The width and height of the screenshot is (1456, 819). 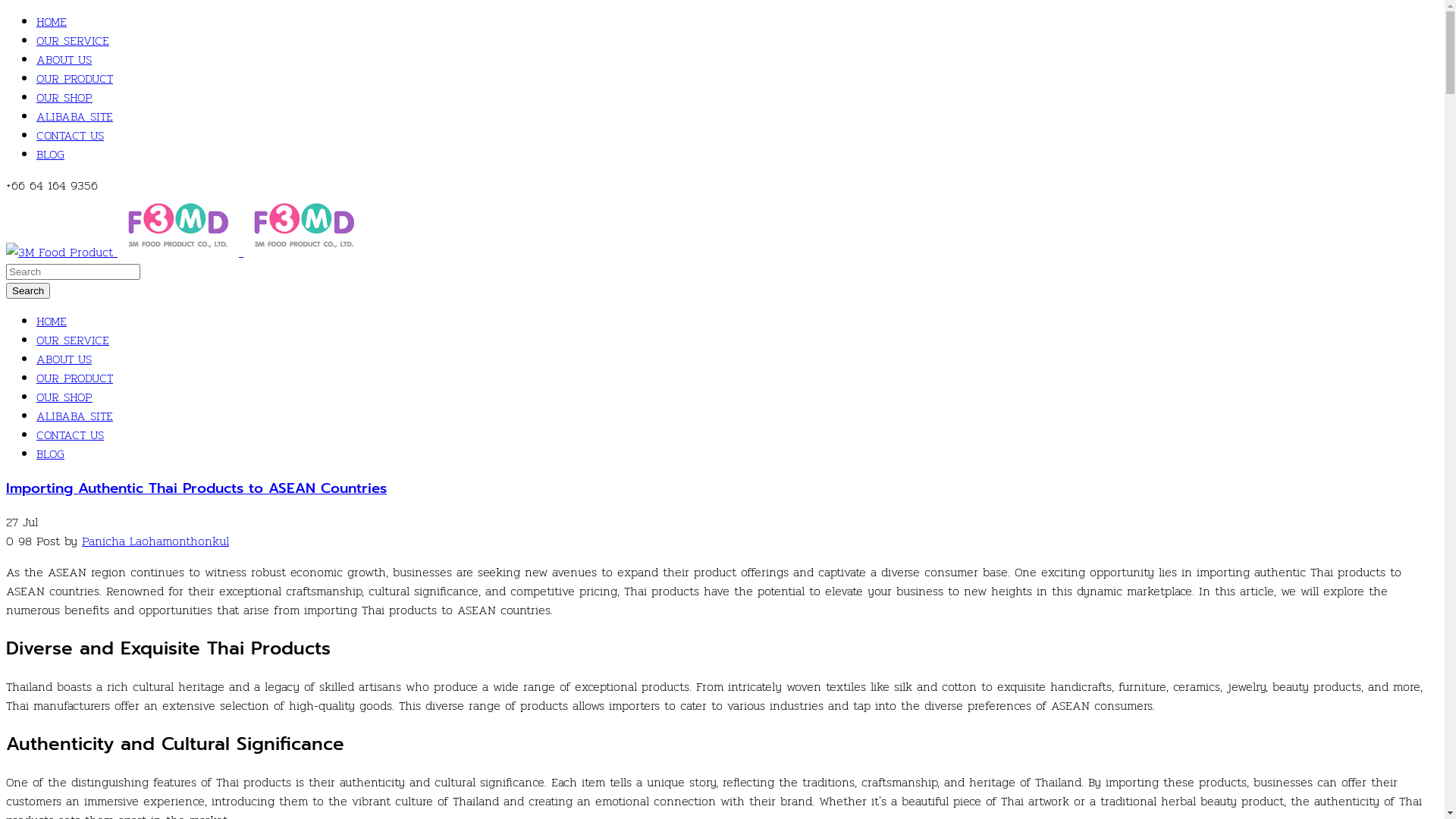 I want to click on 'ABOUT US', so click(x=36, y=359).